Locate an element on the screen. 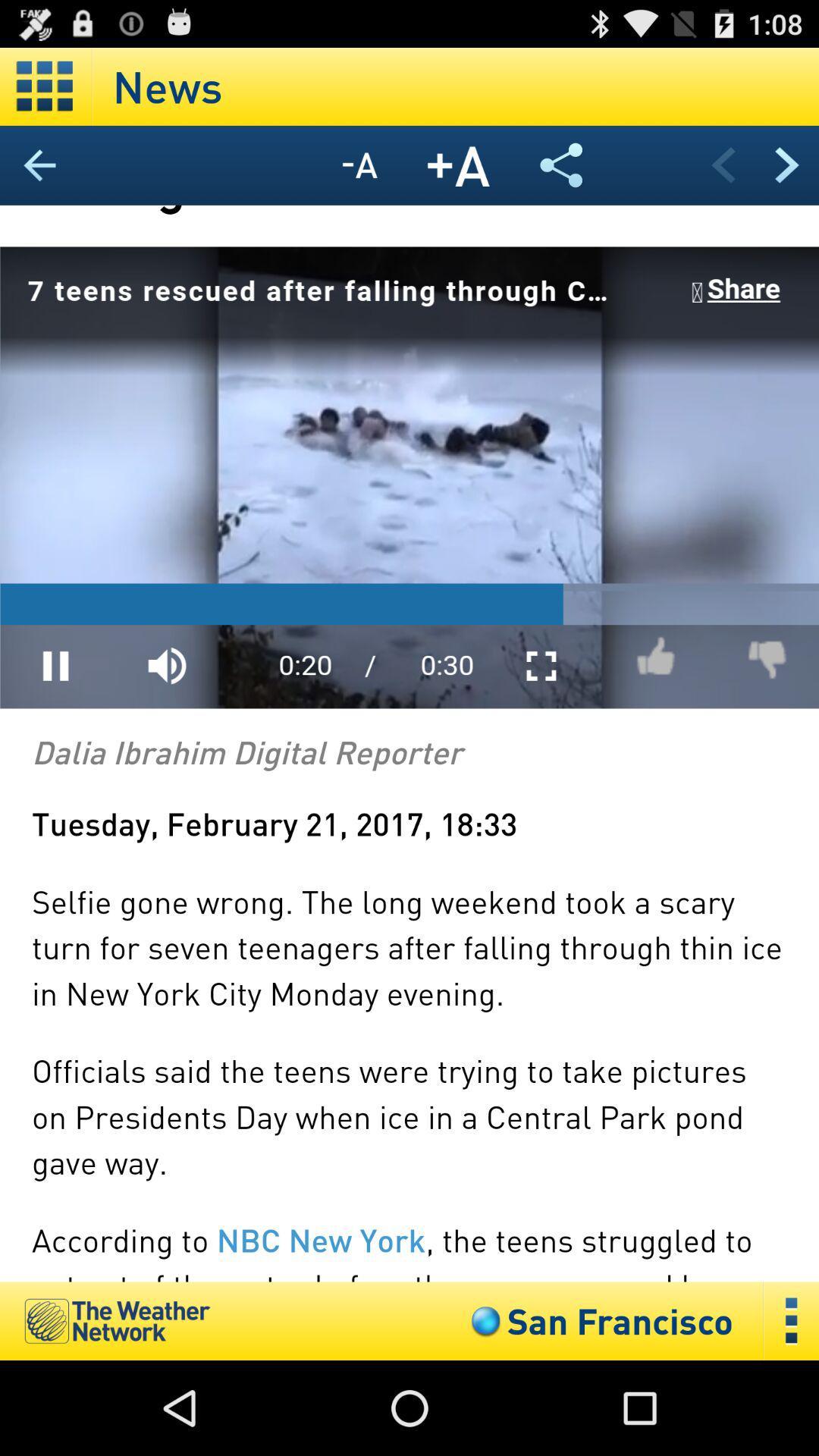  the arrow mark icon shown at the top right corner is located at coordinates (786, 165).